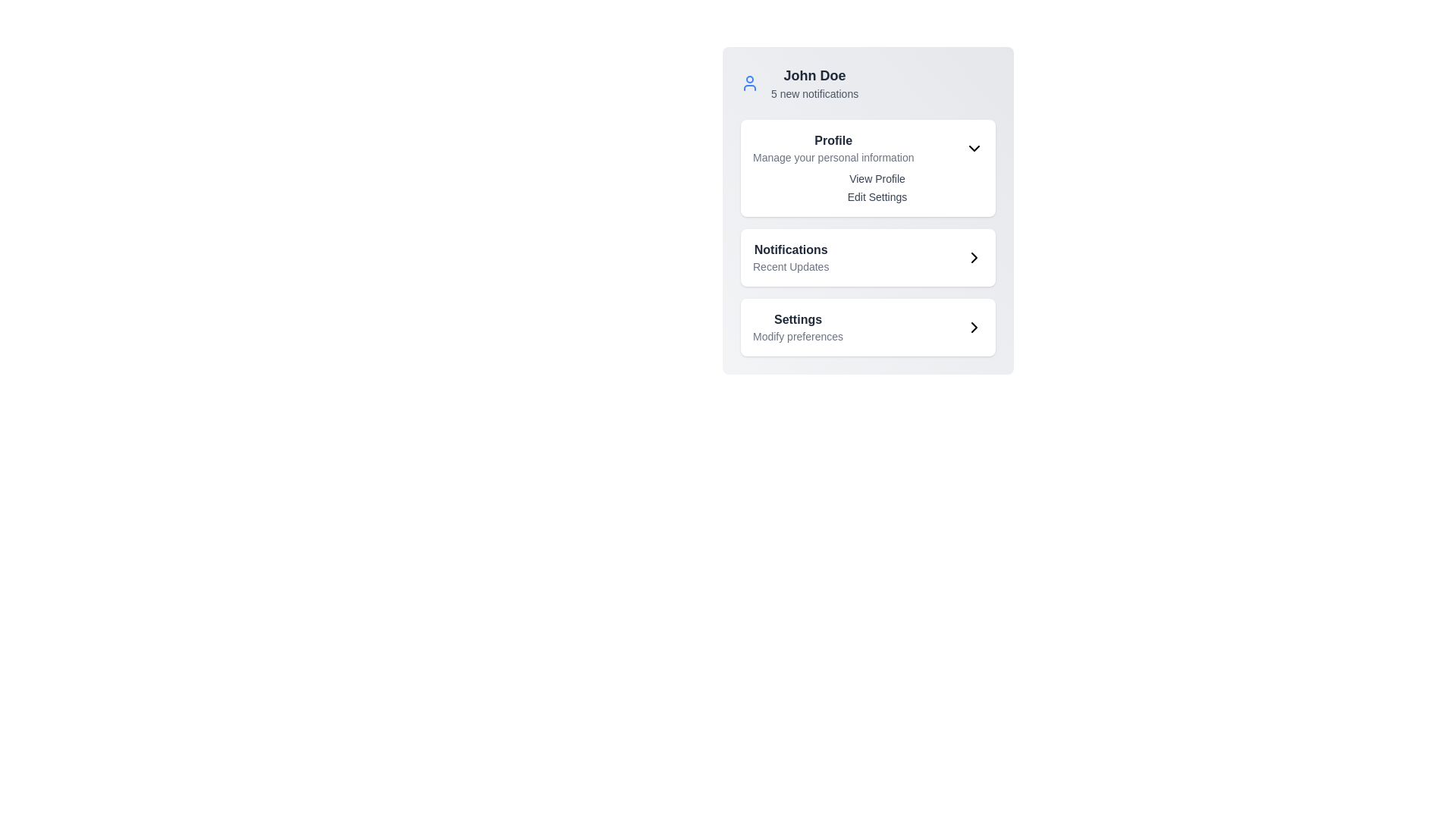  I want to click on the 'View Profile' link in the dropdown section under the 'Profile' header, so click(868, 187).